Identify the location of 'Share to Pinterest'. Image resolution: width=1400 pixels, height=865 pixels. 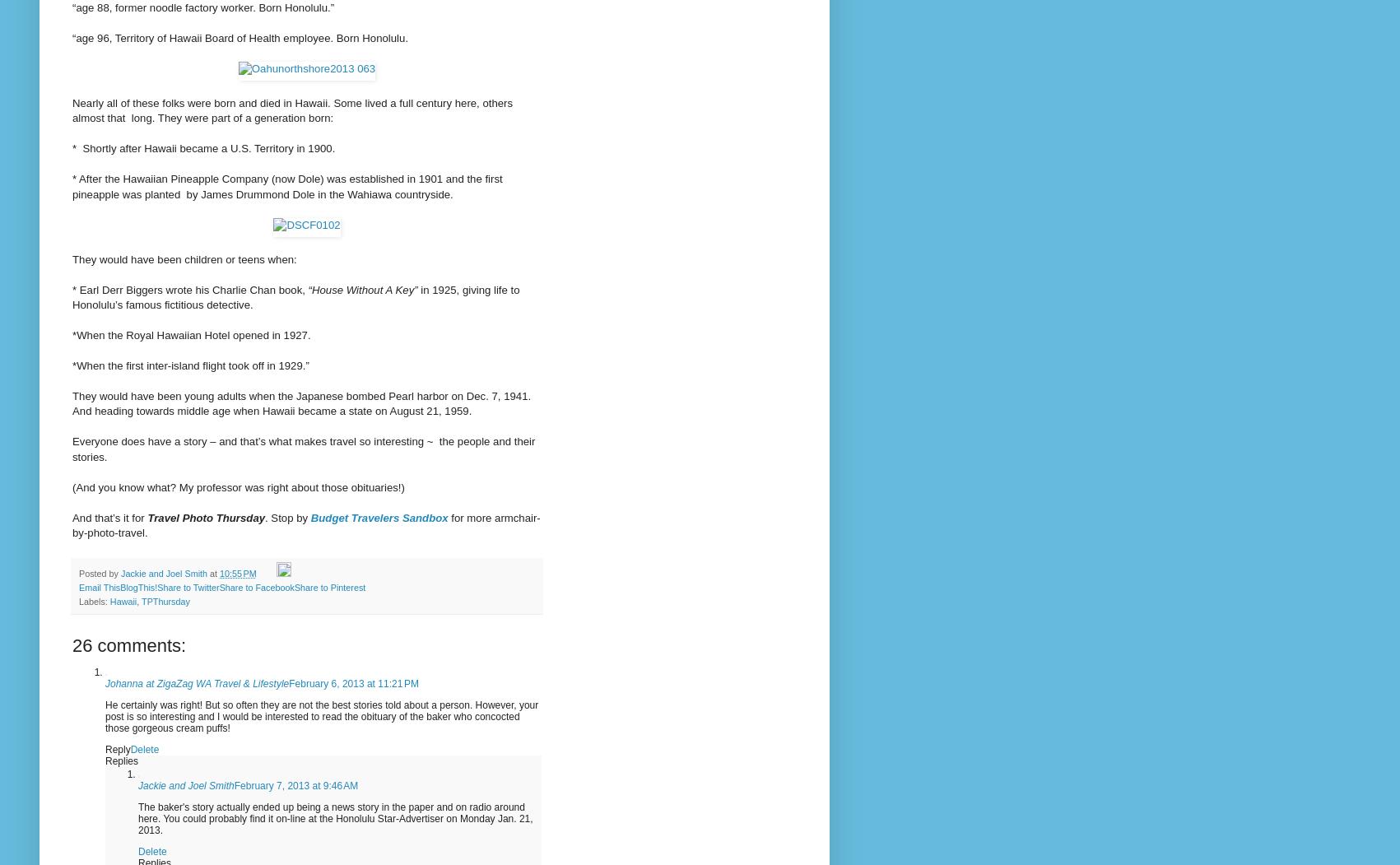
(294, 587).